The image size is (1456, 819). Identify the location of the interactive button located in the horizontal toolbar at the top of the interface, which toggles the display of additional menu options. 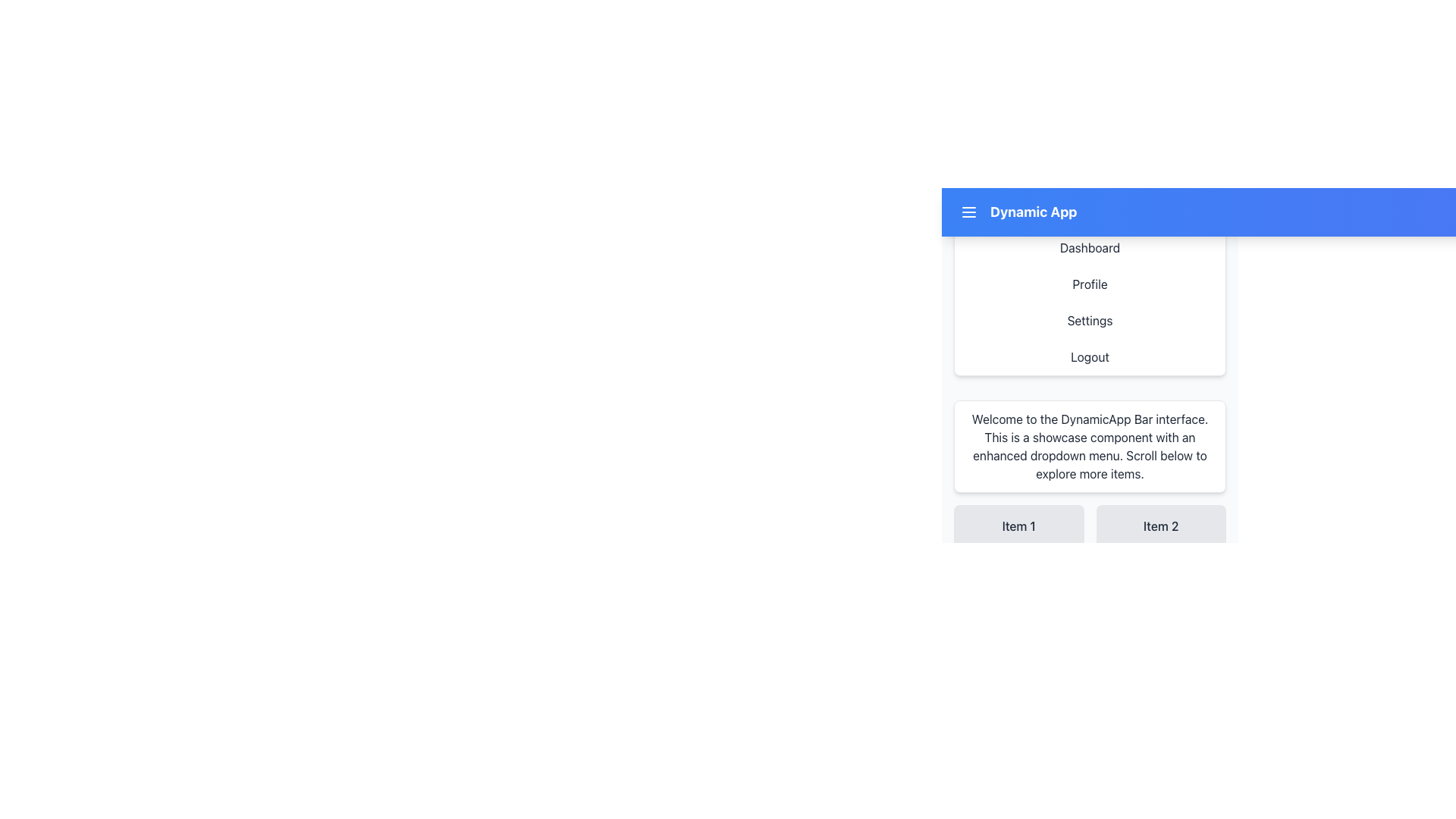
(1089, 205).